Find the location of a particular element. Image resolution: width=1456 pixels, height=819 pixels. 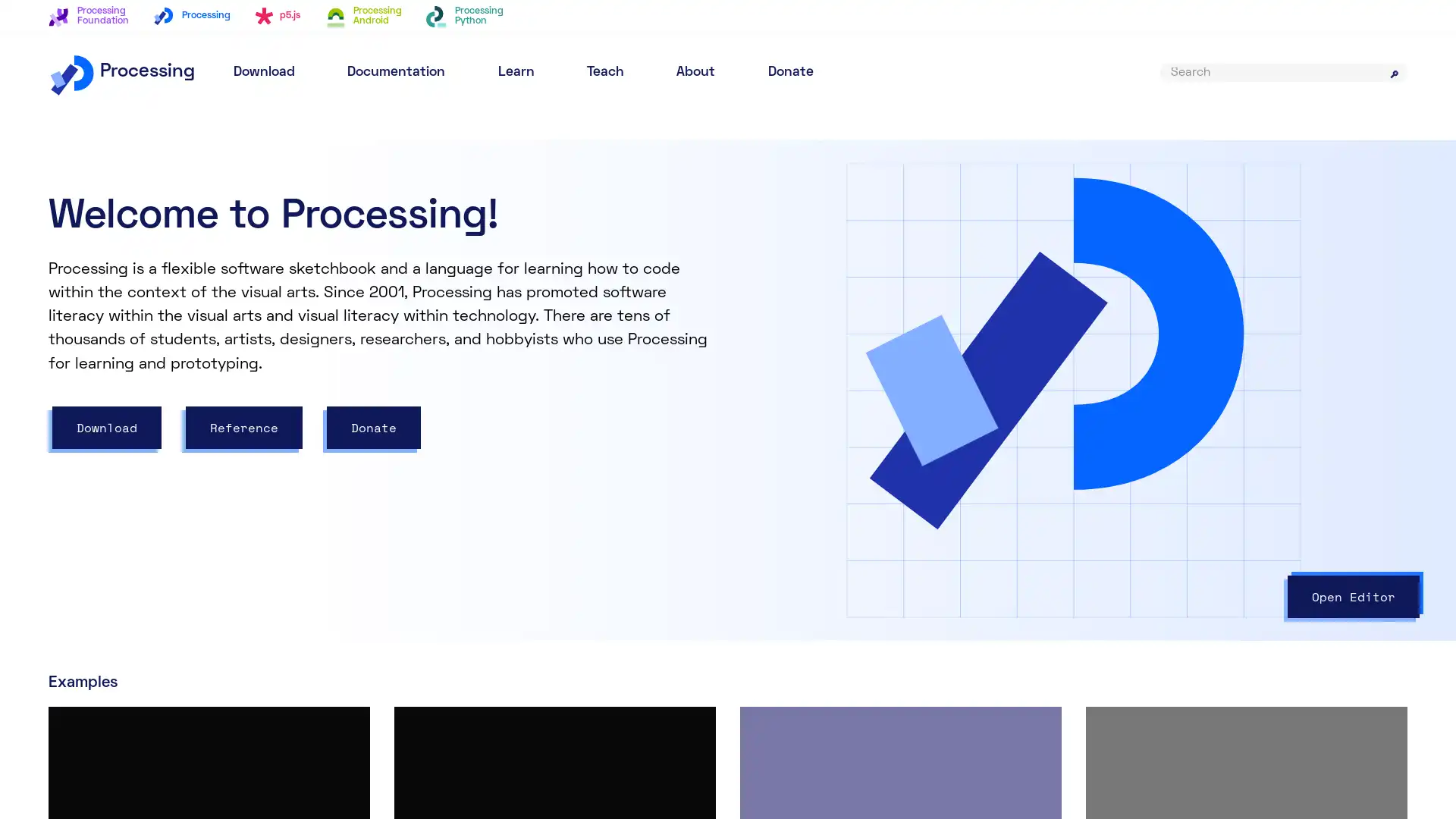

Learn is located at coordinates (516, 71).